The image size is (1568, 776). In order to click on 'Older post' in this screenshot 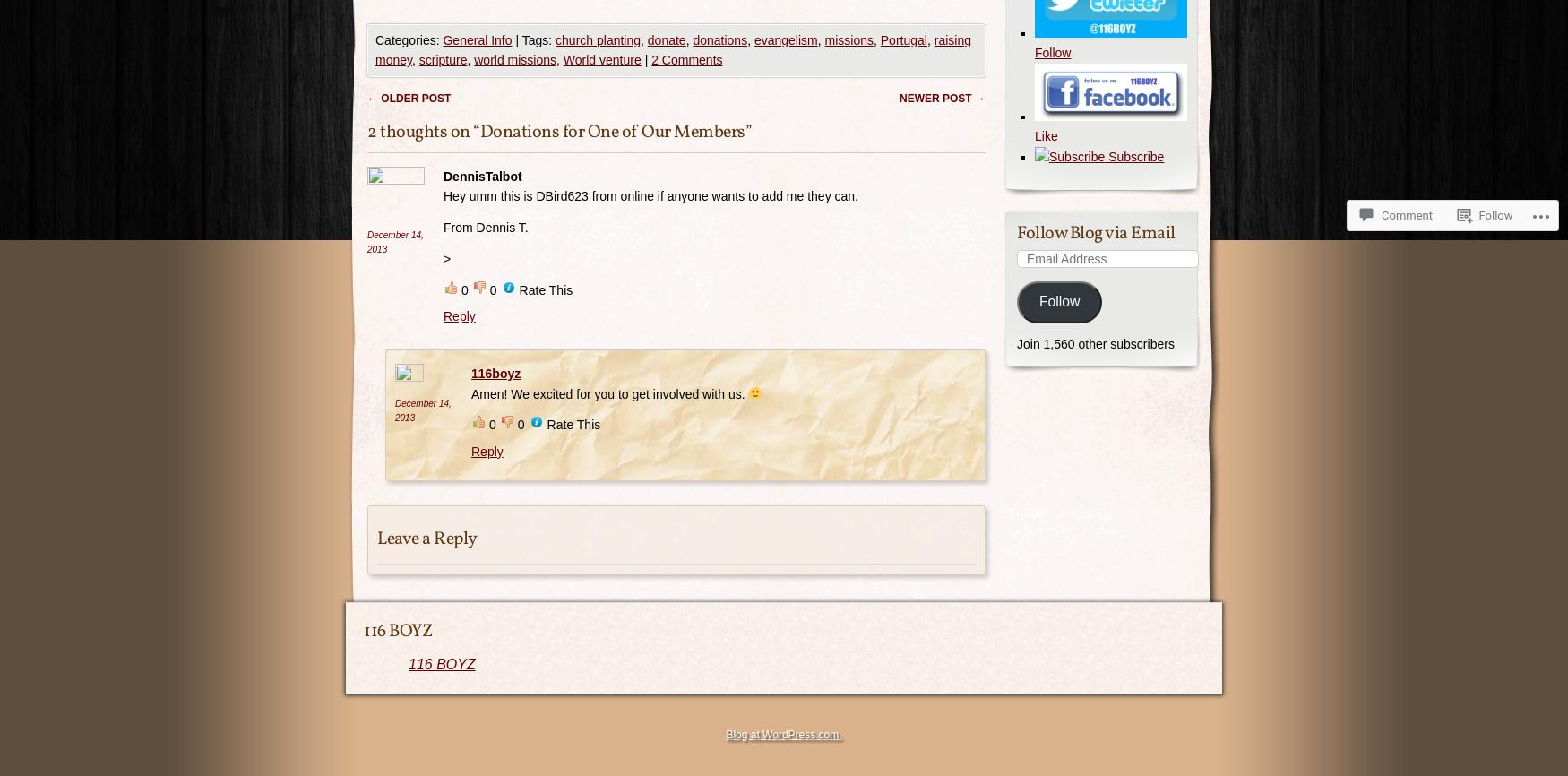, I will do `click(414, 98)`.